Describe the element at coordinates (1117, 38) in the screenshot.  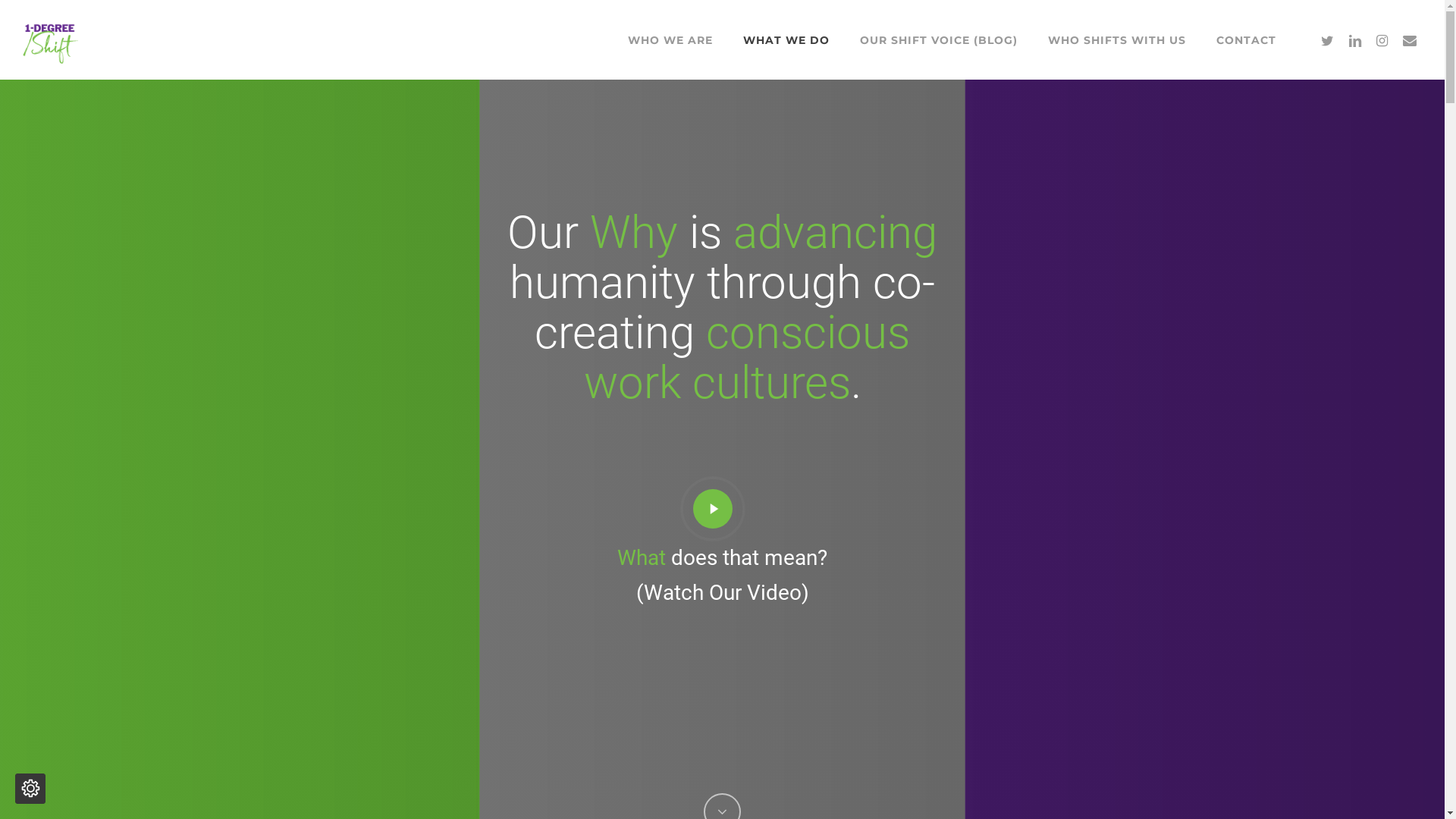
I see `'WHO SHIFTS WITH US'` at that location.